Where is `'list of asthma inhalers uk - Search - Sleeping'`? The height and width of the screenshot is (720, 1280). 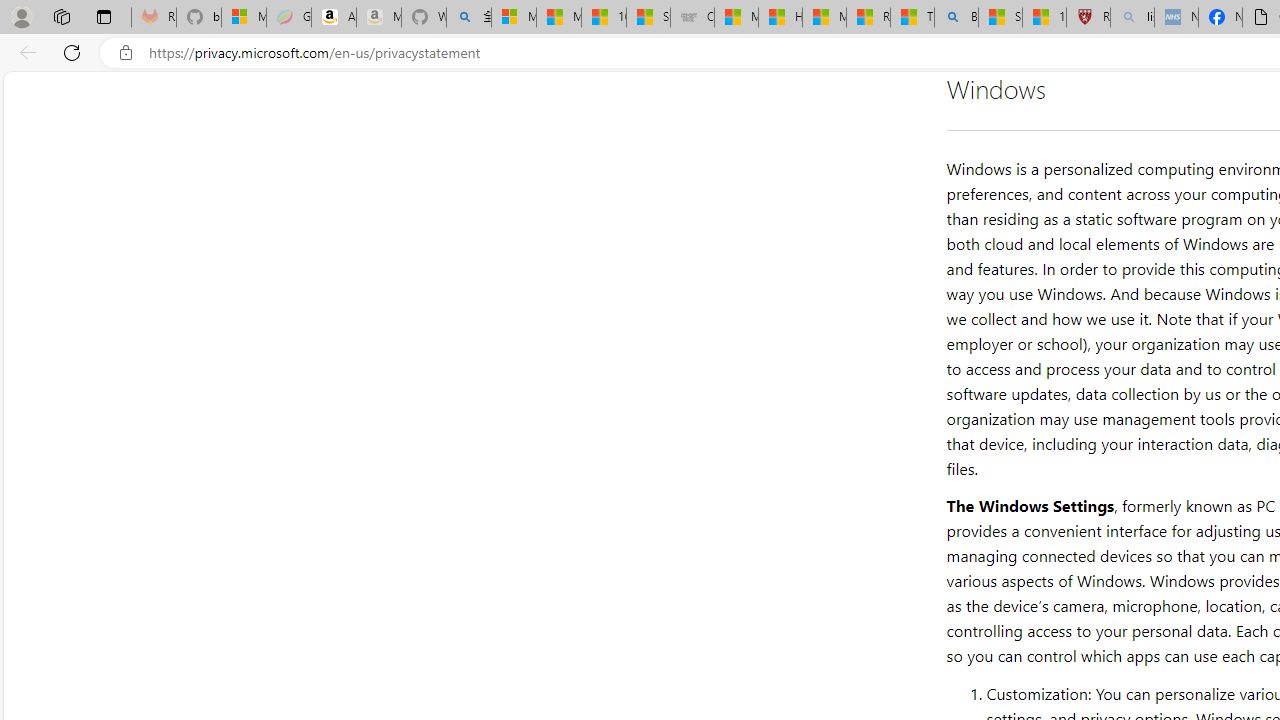 'list of asthma inhalers uk - Search - Sleeping' is located at coordinates (1132, 17).